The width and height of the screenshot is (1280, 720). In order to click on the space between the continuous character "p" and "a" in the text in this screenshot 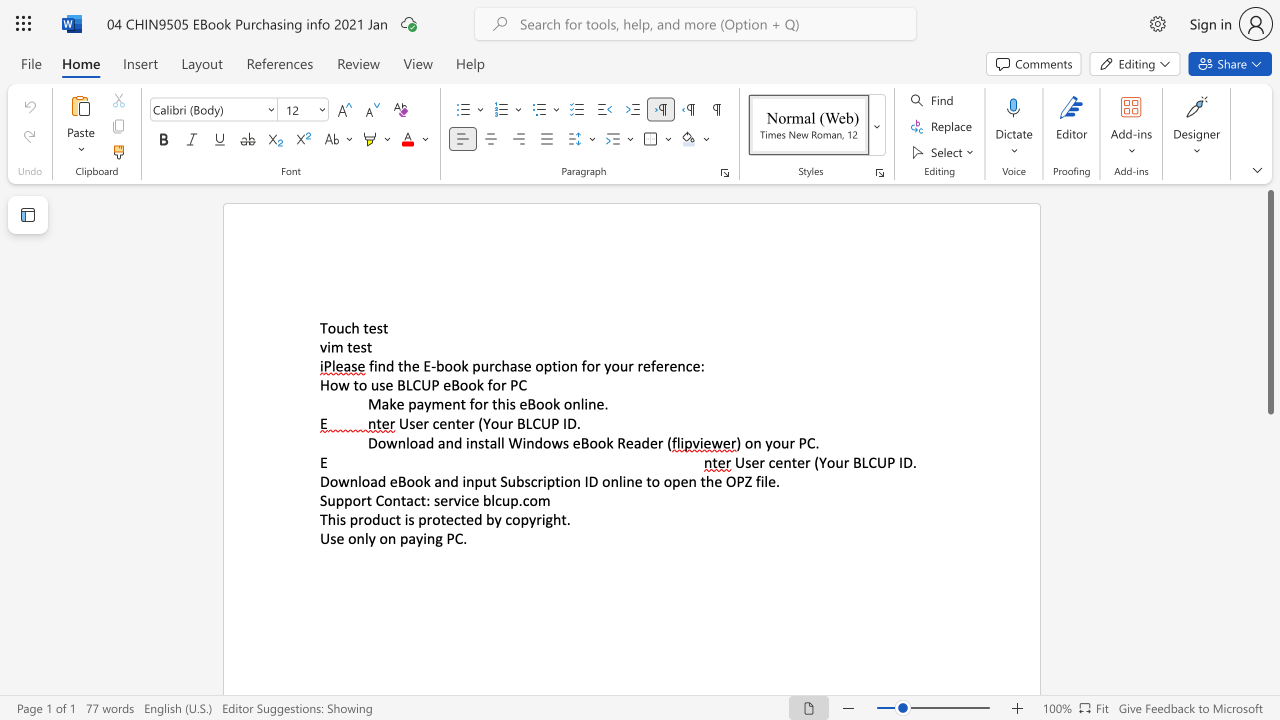, I will do `click(415, 404)`.